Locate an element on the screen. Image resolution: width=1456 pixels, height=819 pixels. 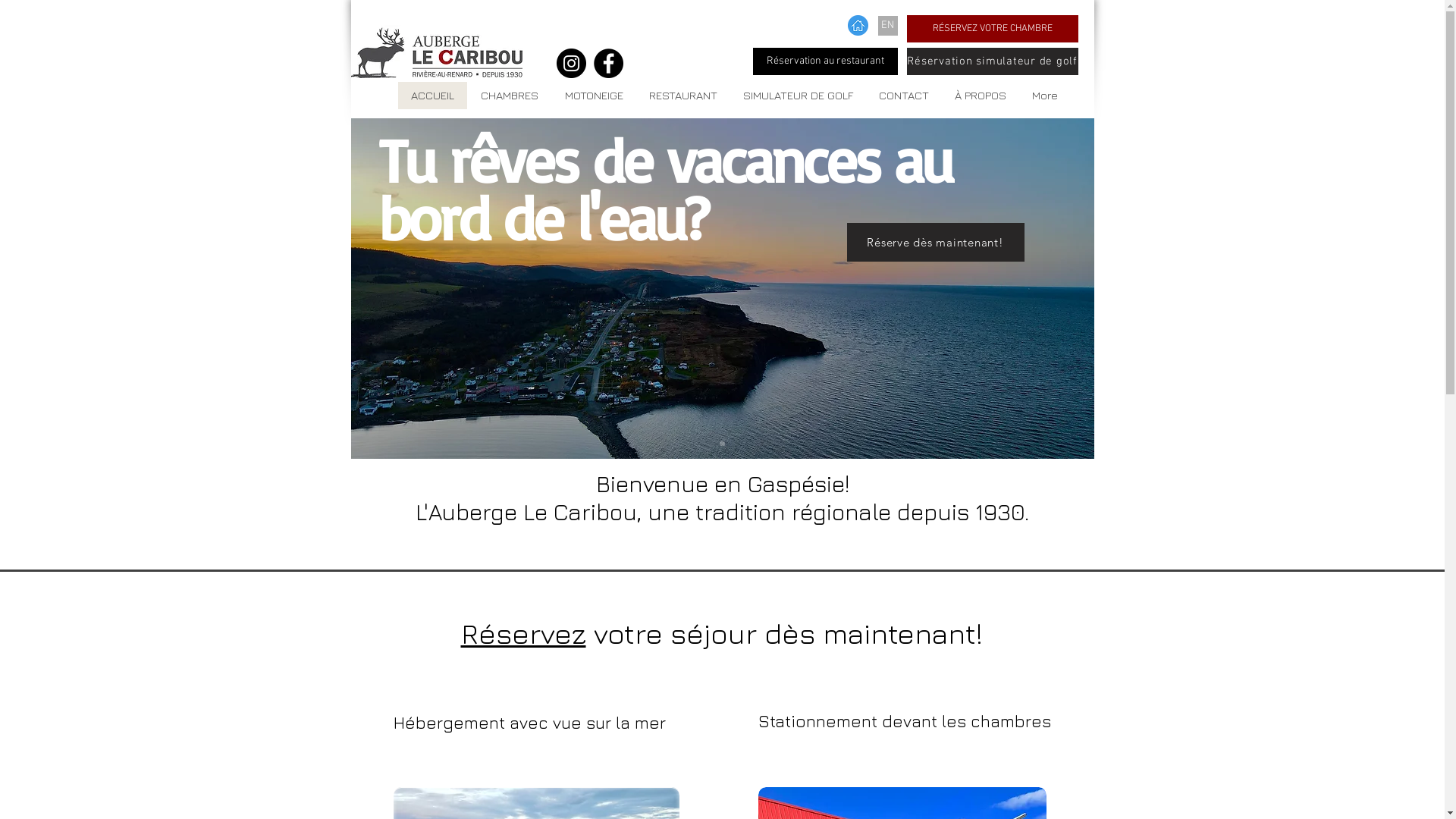
'RESTAURANT' is located at coordinates (682, 96).